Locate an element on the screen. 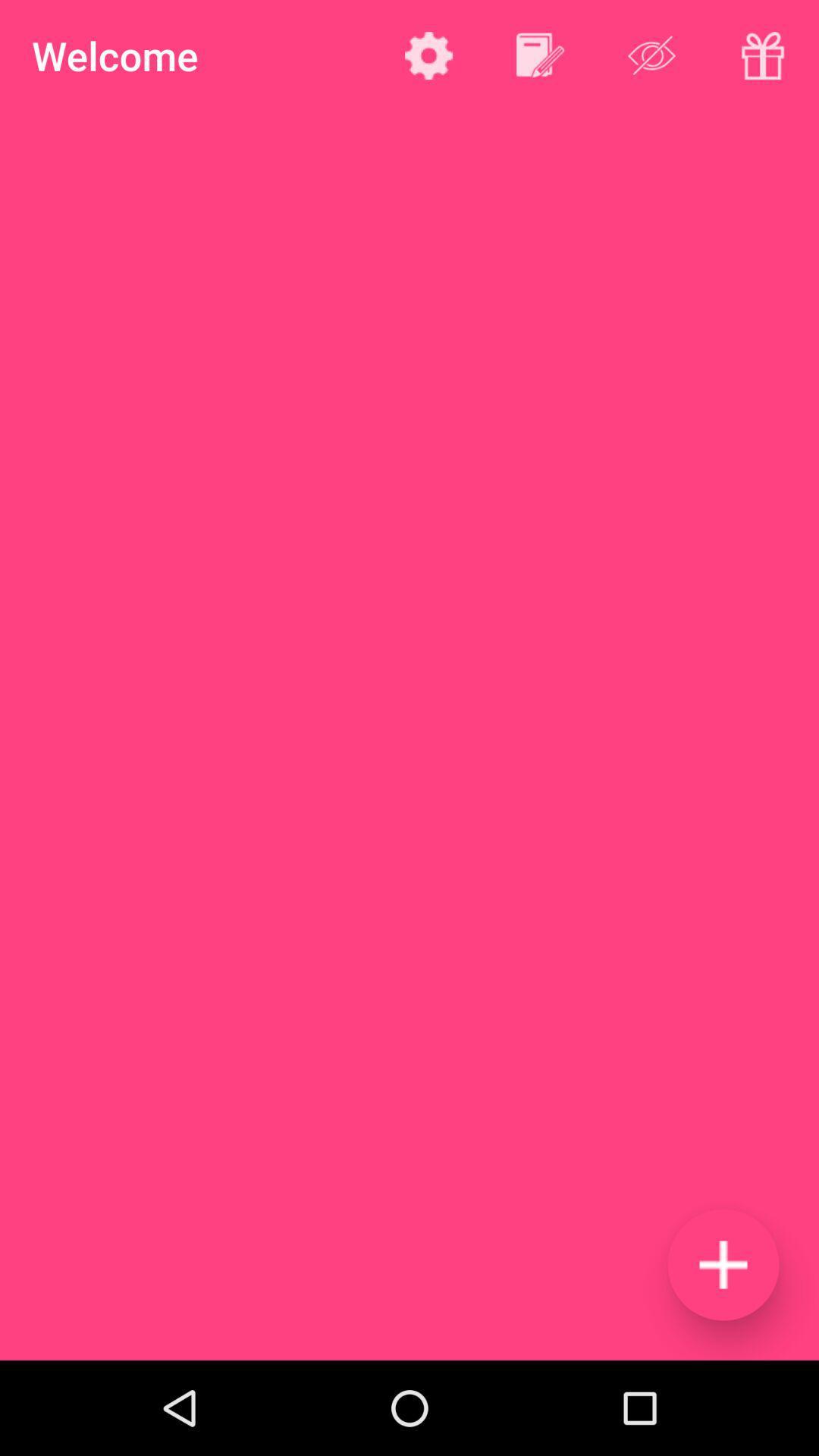 The image size is (819, 1456). send gift is located at coordinates (763, 55).